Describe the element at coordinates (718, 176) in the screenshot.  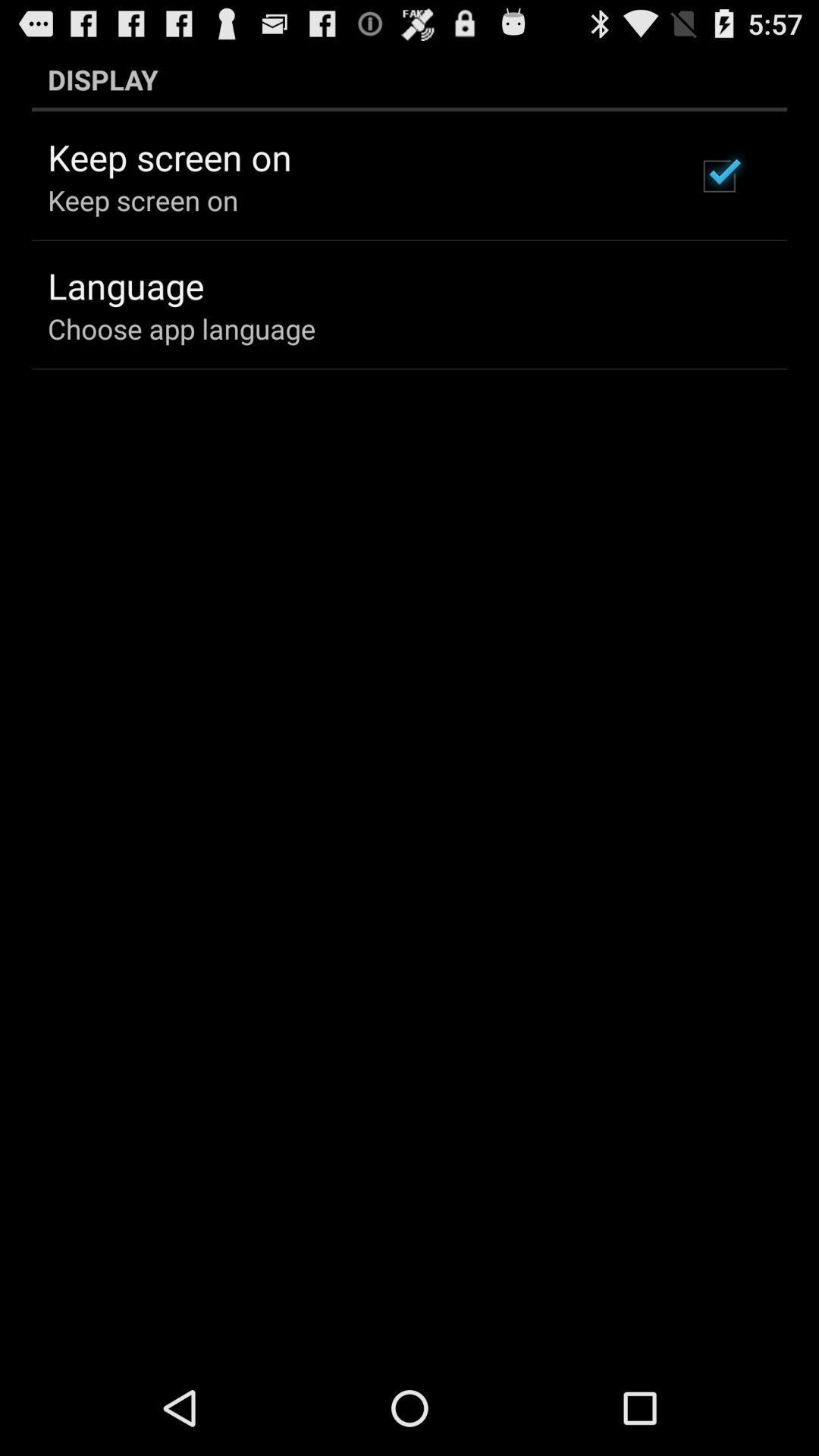
I see `item to the right of the keep screen on` at that location.